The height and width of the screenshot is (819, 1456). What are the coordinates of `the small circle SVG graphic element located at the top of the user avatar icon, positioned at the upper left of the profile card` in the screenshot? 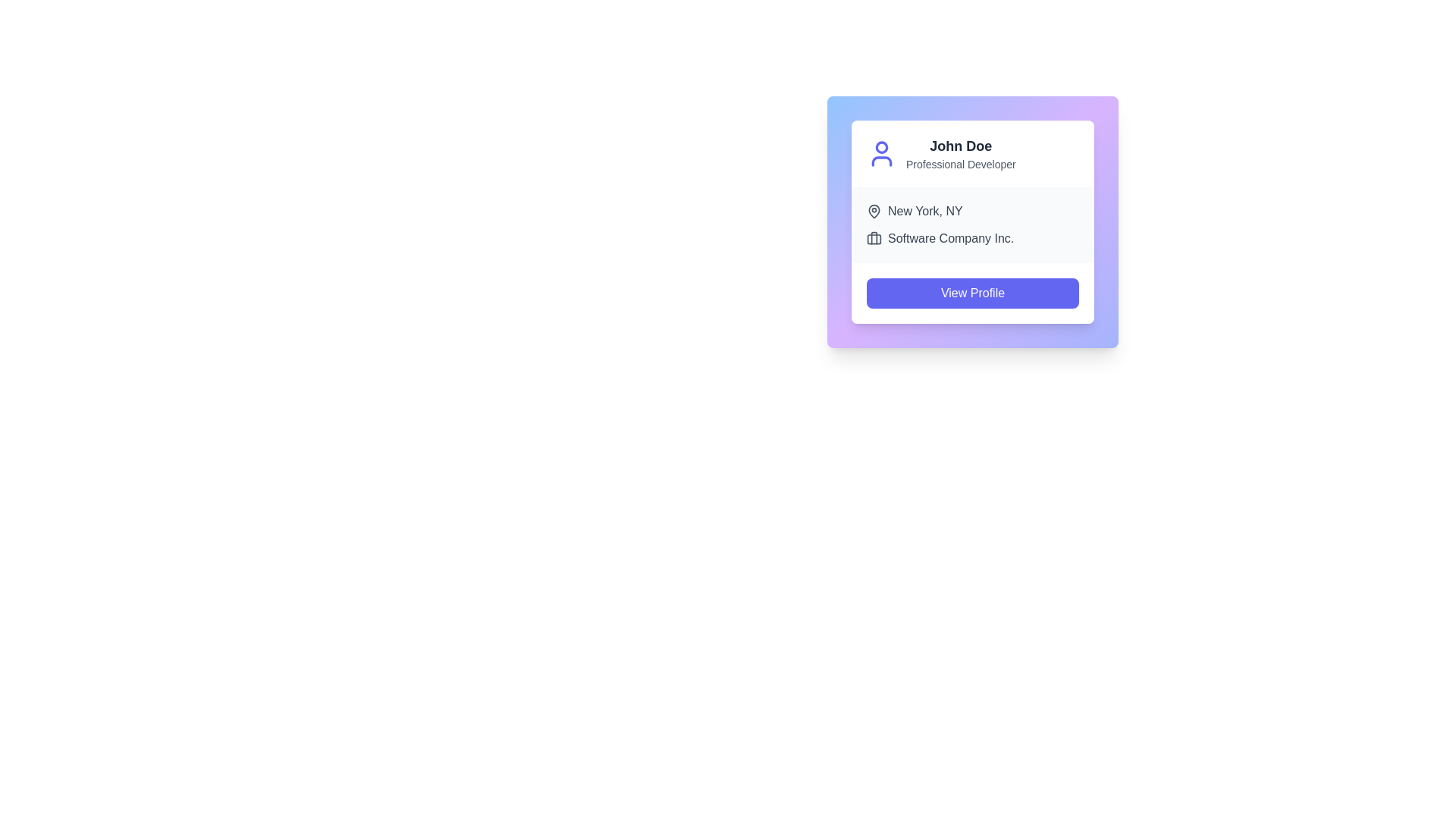 It's located at (881, 146).